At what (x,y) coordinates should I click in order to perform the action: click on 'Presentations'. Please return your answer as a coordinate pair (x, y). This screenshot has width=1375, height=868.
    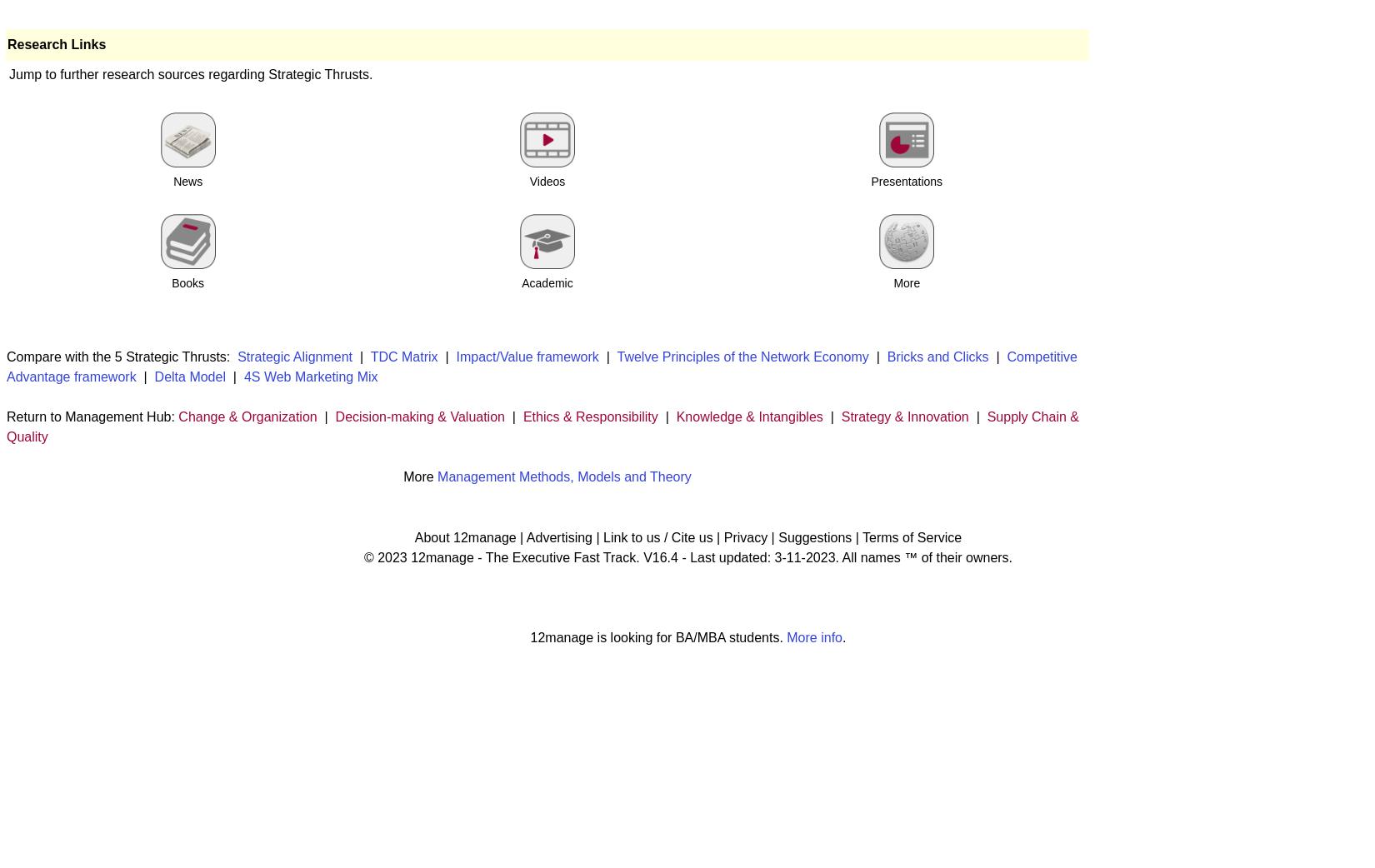
    Looking at the image, I should click on (870, 180).